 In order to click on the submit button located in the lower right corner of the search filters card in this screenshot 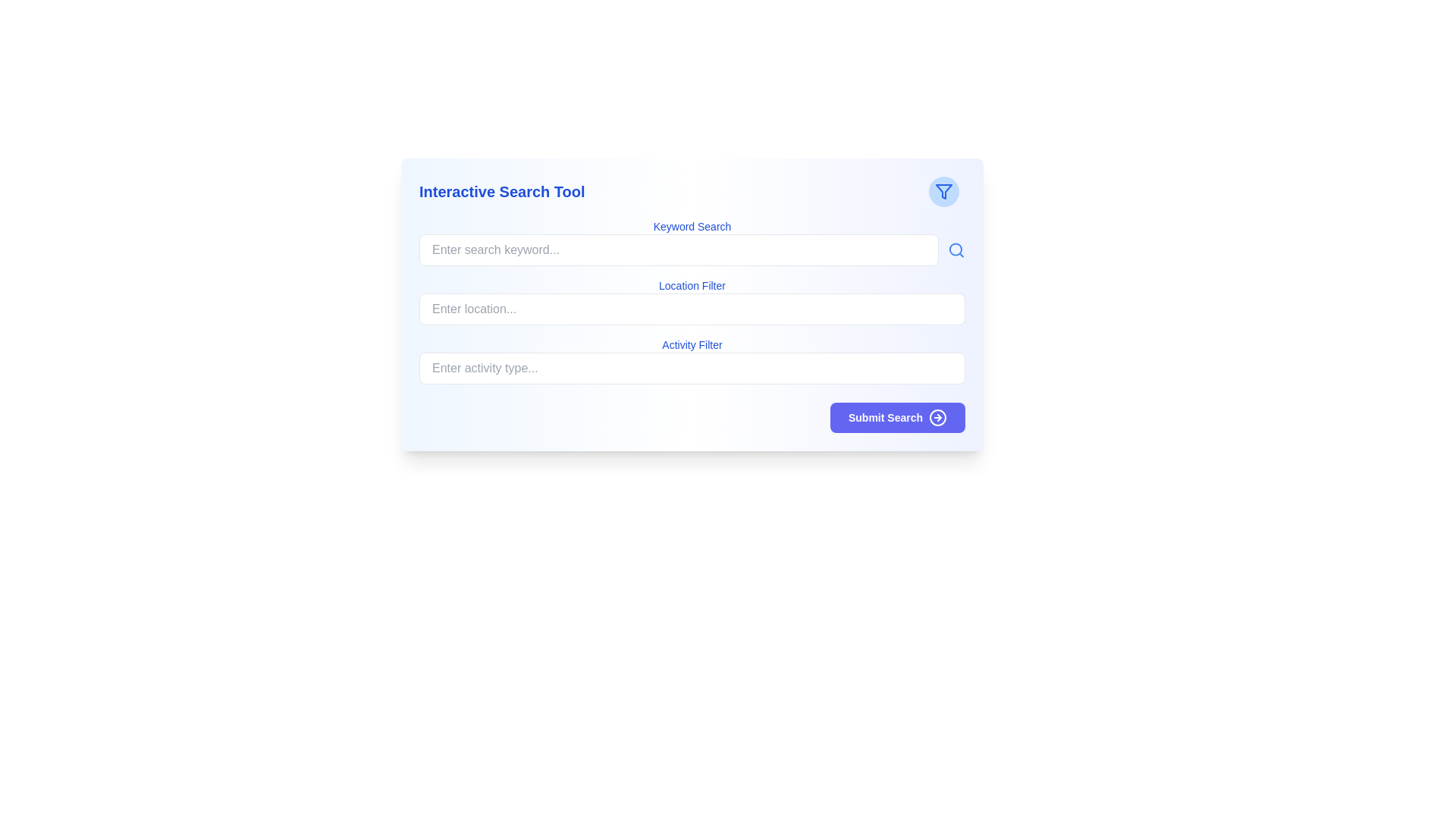, I will do `click(898, 418)`.